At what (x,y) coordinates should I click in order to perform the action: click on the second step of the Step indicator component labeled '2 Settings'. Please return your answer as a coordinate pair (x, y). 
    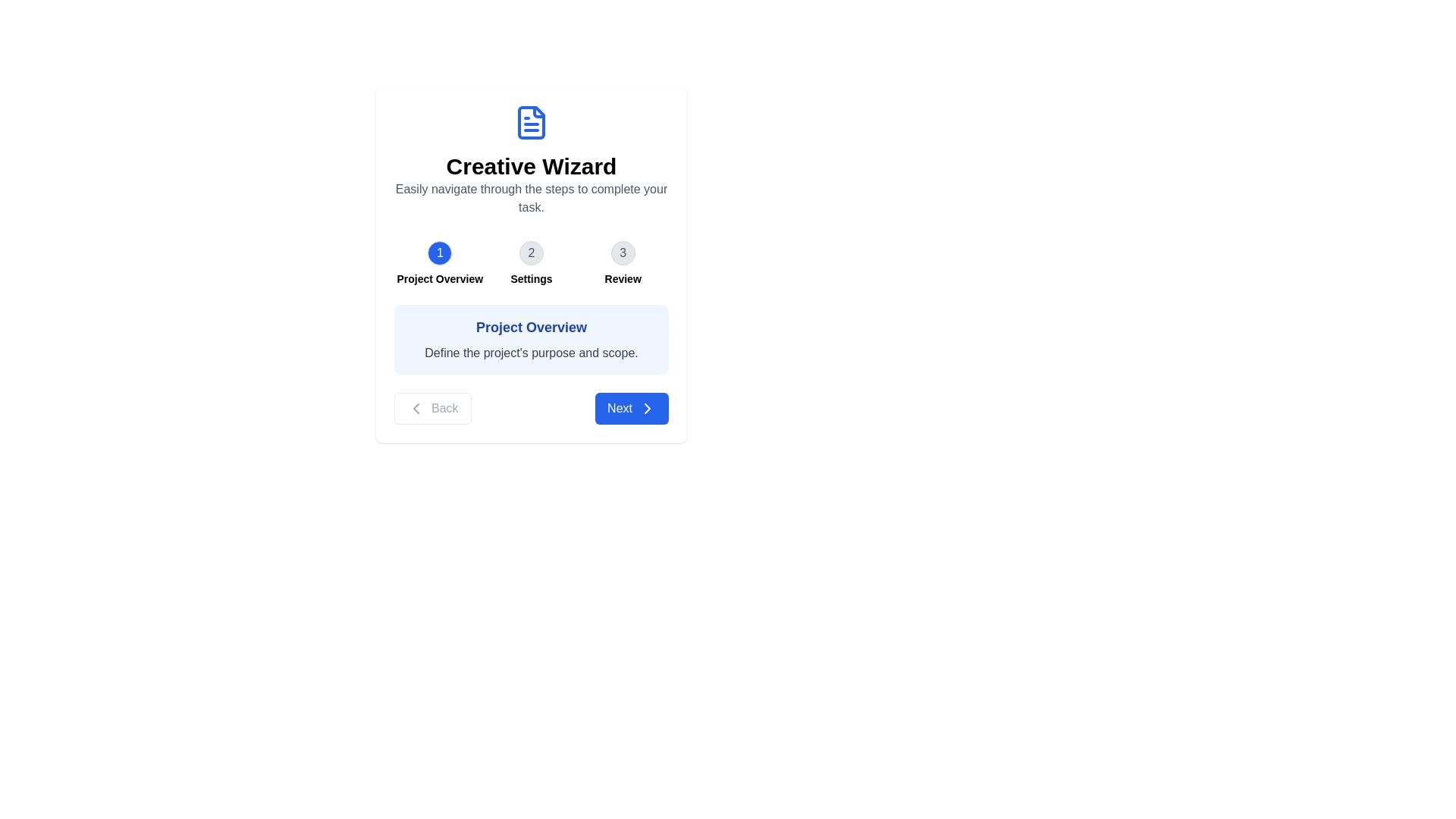
    Looking at the image, I should click on (531, 262).